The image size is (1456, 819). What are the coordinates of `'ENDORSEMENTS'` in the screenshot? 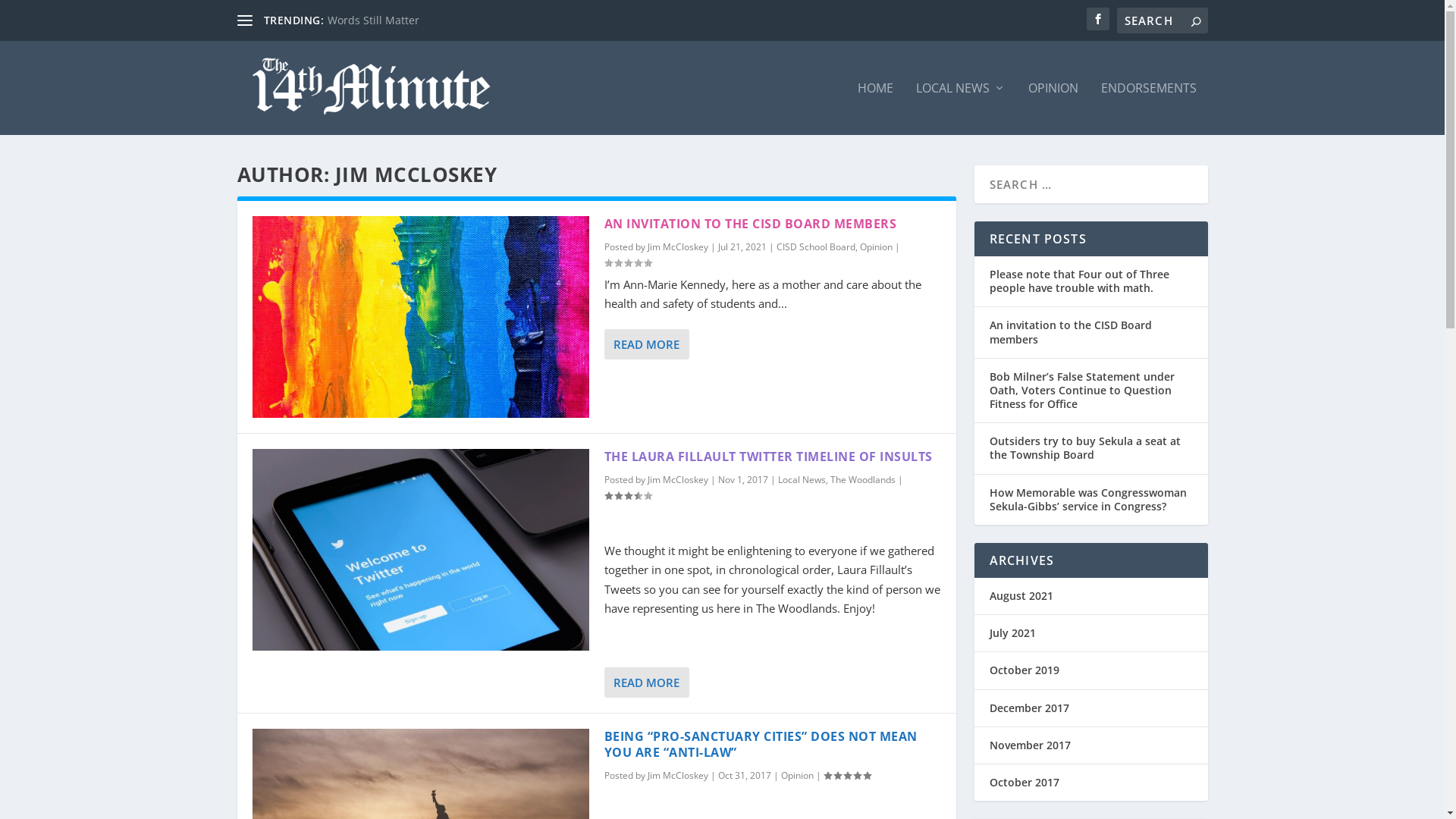 It's located at (1149, 107).